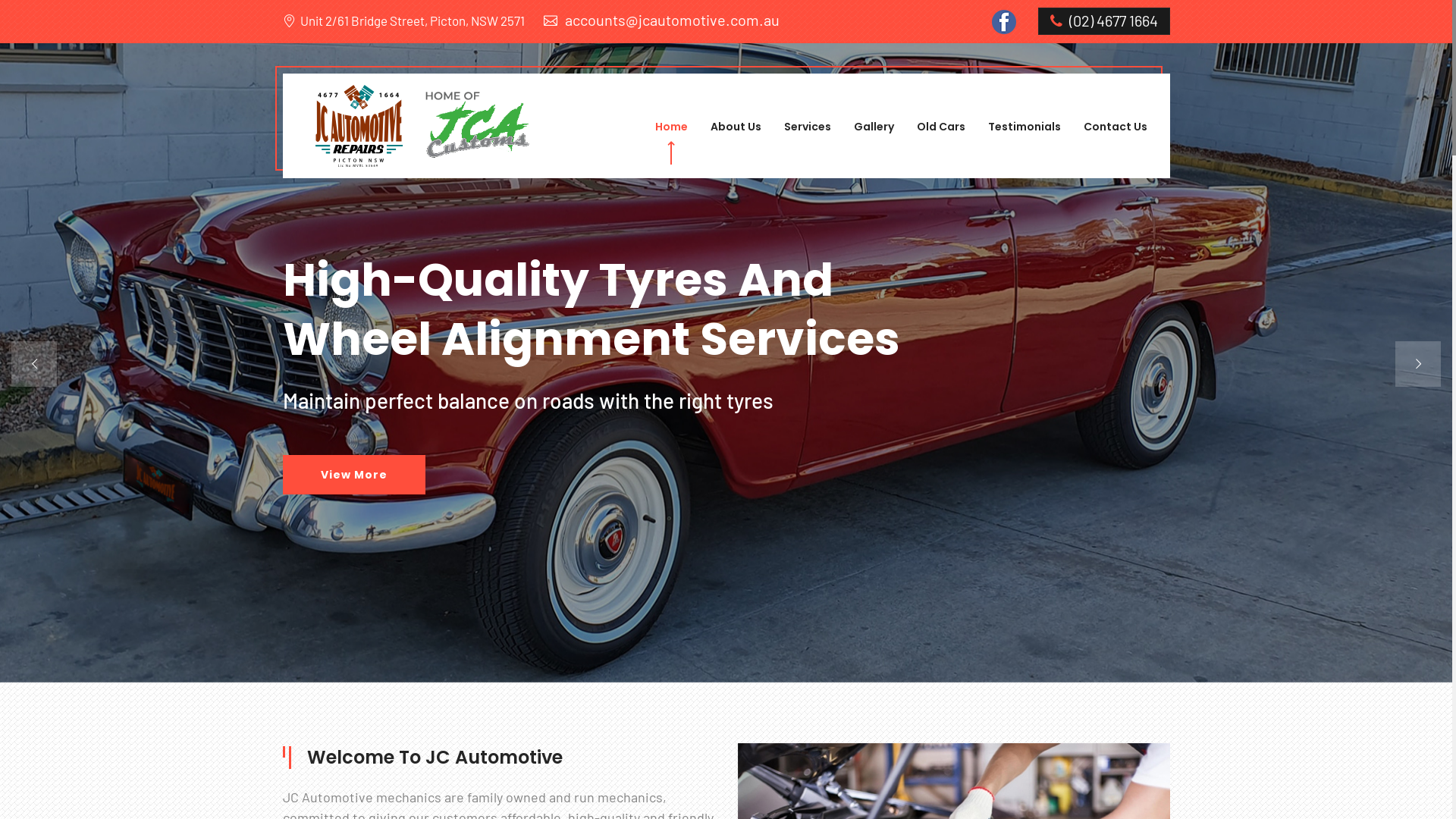  Describe the element at coordinates (1103, 20) in the screenshot. I see `'(02) 4677 1664'` at that location.